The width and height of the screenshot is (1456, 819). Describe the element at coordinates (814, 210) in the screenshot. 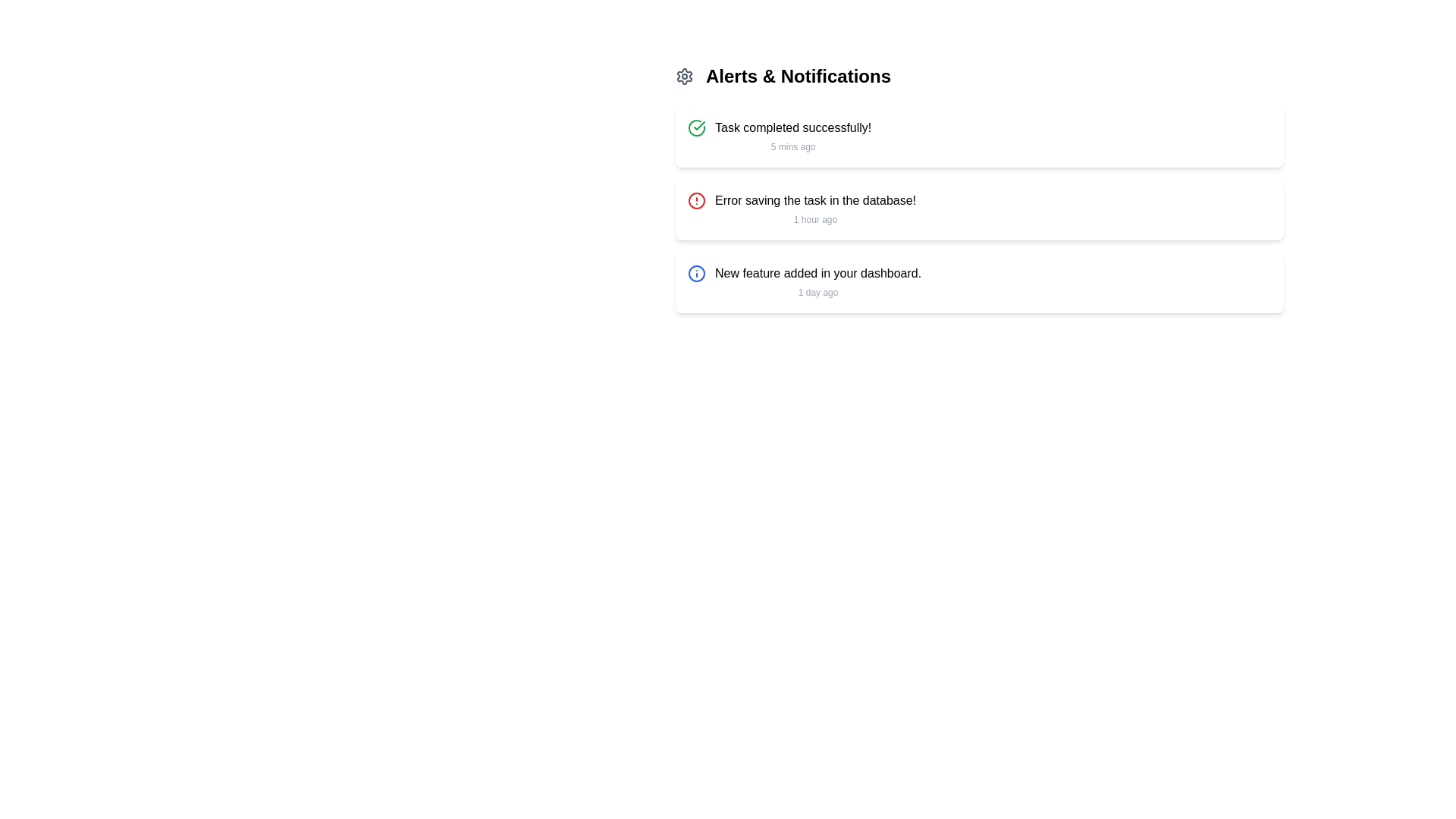

I see `message text 'Error saving the task in the database!' from the second notification entry in the alerts list` at that location.